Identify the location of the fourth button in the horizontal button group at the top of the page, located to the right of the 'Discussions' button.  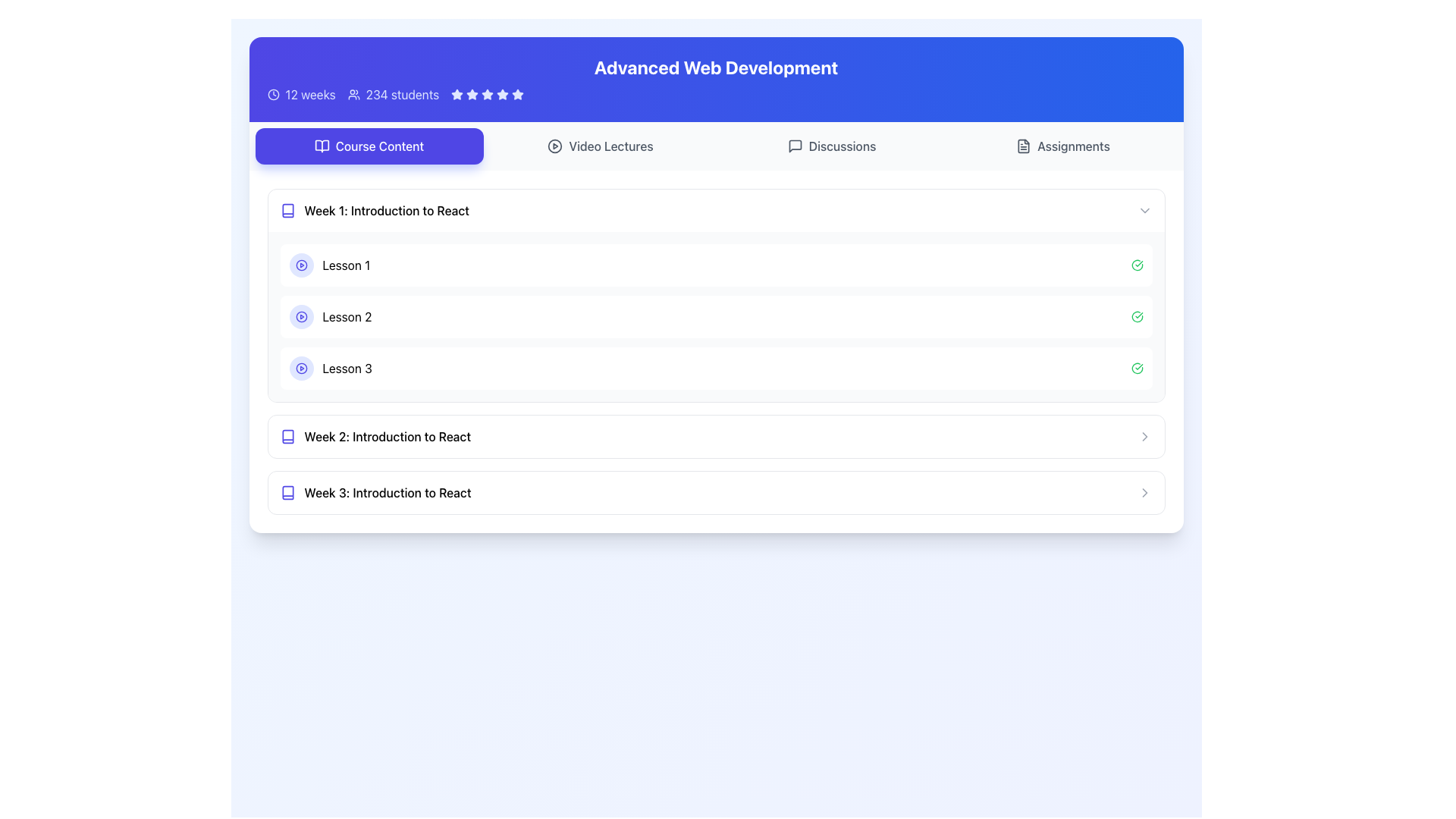
(1062, 146).